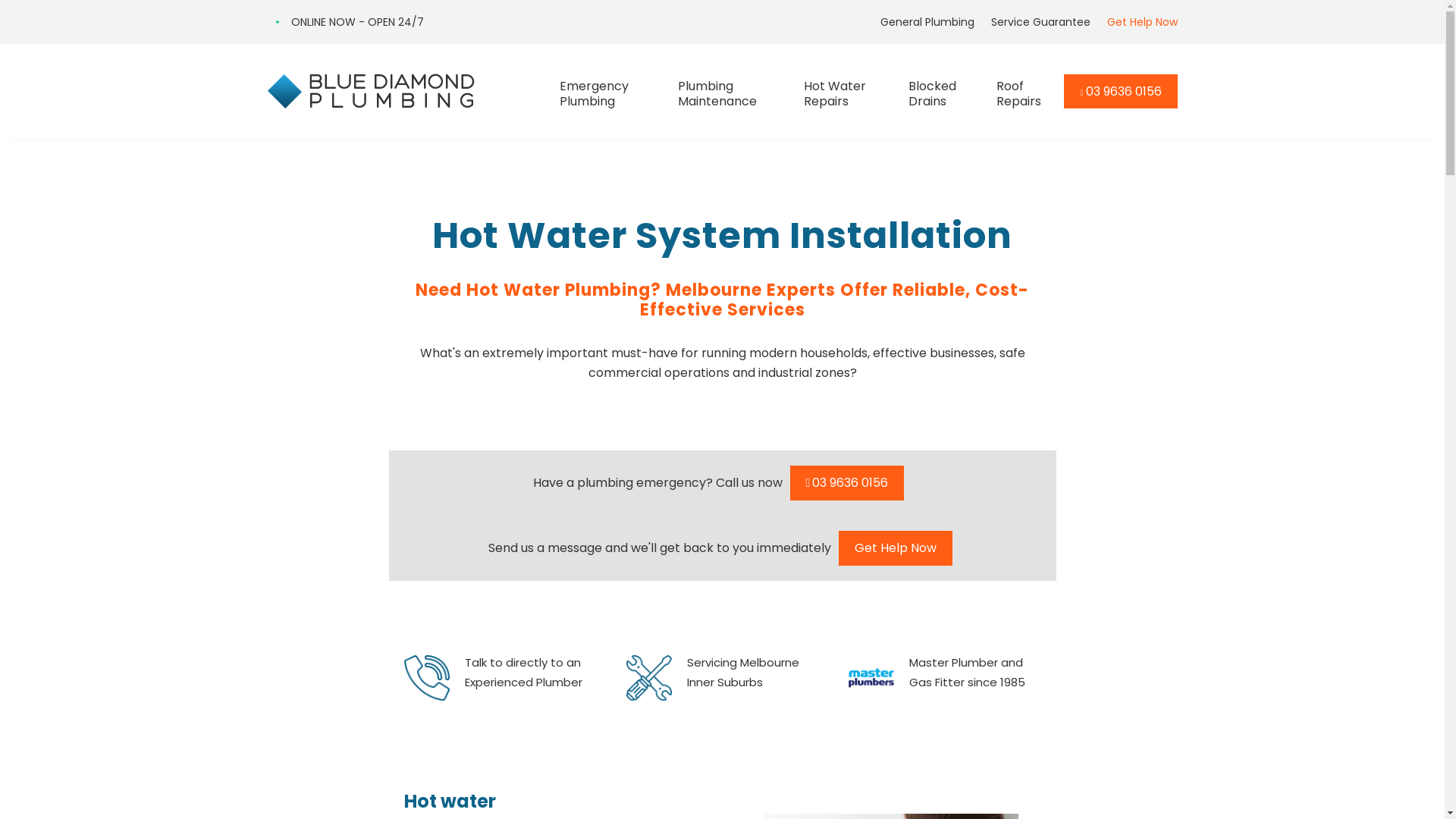 The image size is (1456, 819). What do you see at coordinates (895, 548) in the screenshot?
I see `'Get Help Now'` at bounding box center [895, 548].